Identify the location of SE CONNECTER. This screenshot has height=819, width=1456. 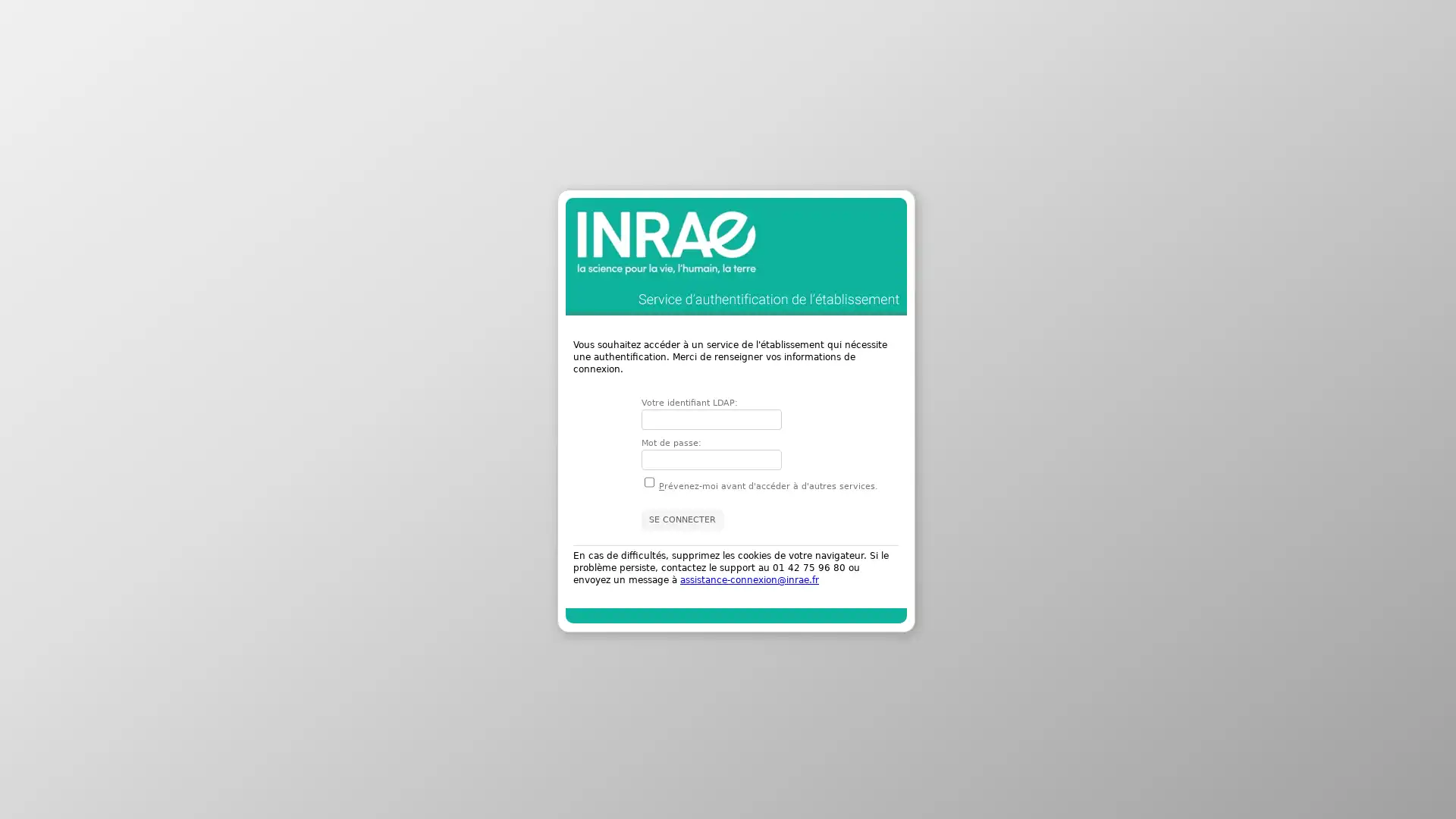
(682, 519).